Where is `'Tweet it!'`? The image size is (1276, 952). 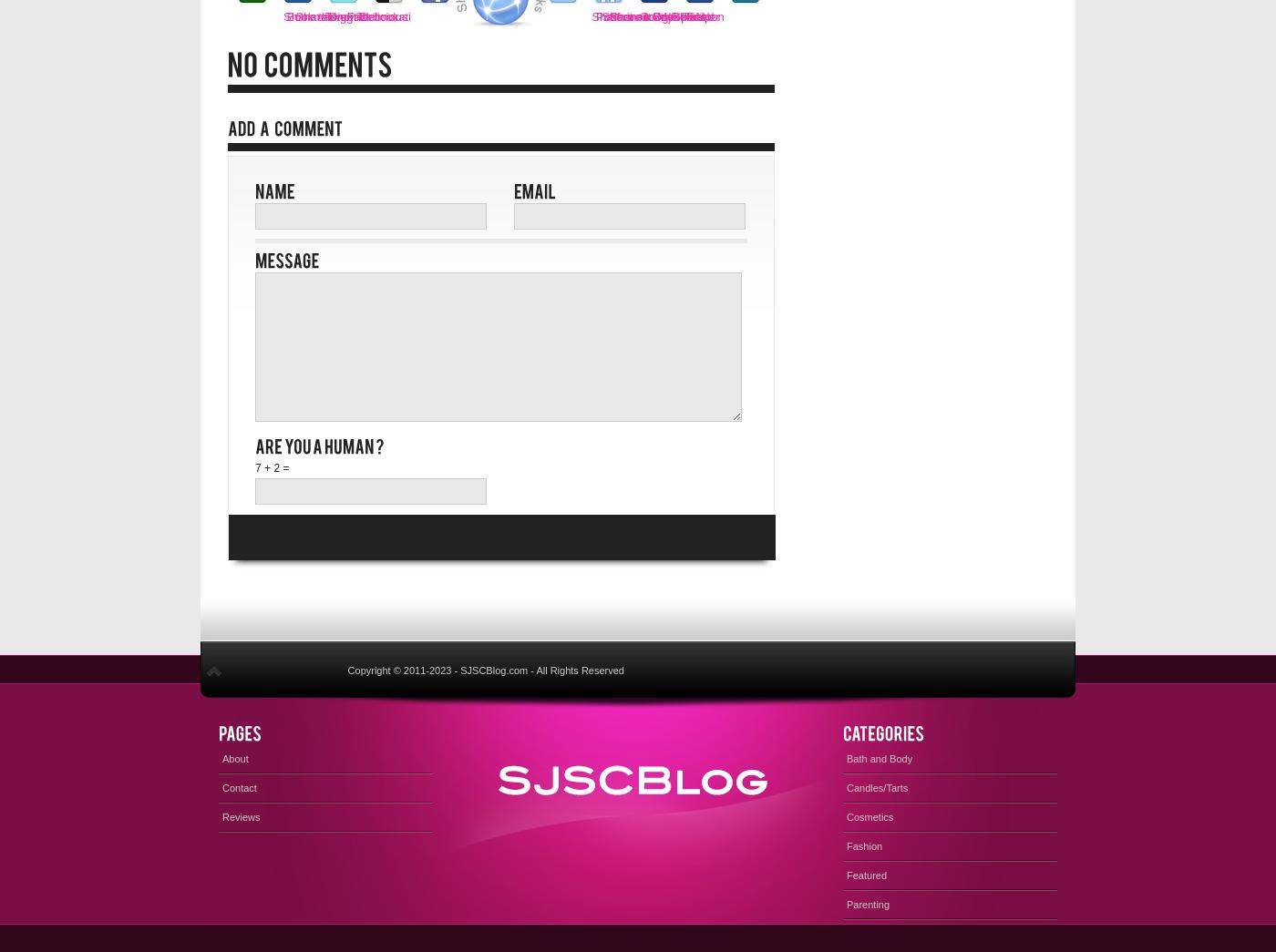 'Tweet it!' is located at coordinates (345, 15).